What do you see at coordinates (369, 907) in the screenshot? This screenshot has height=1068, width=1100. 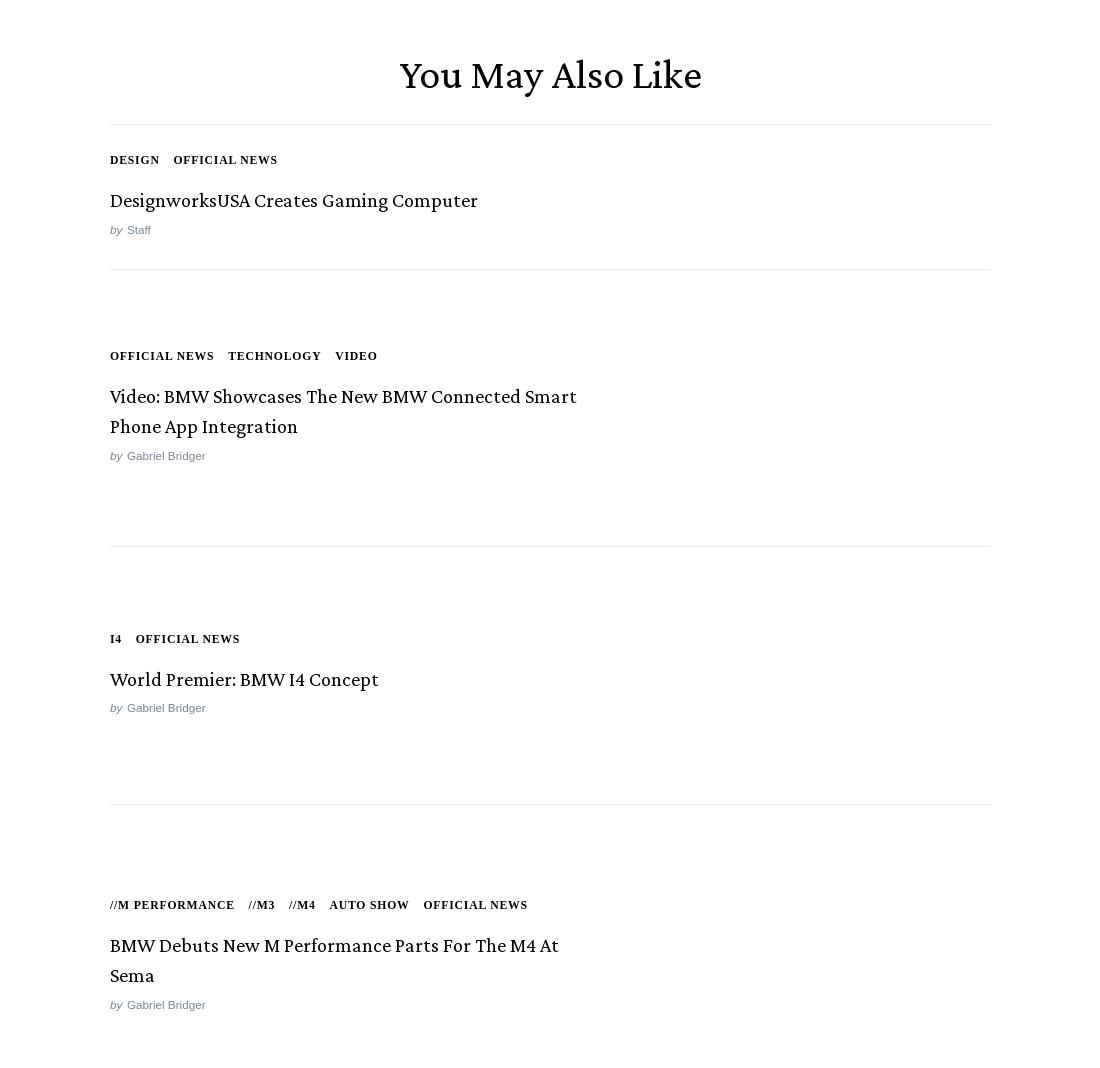 I see `'Auto Show'` at bounding box center [369, 907].